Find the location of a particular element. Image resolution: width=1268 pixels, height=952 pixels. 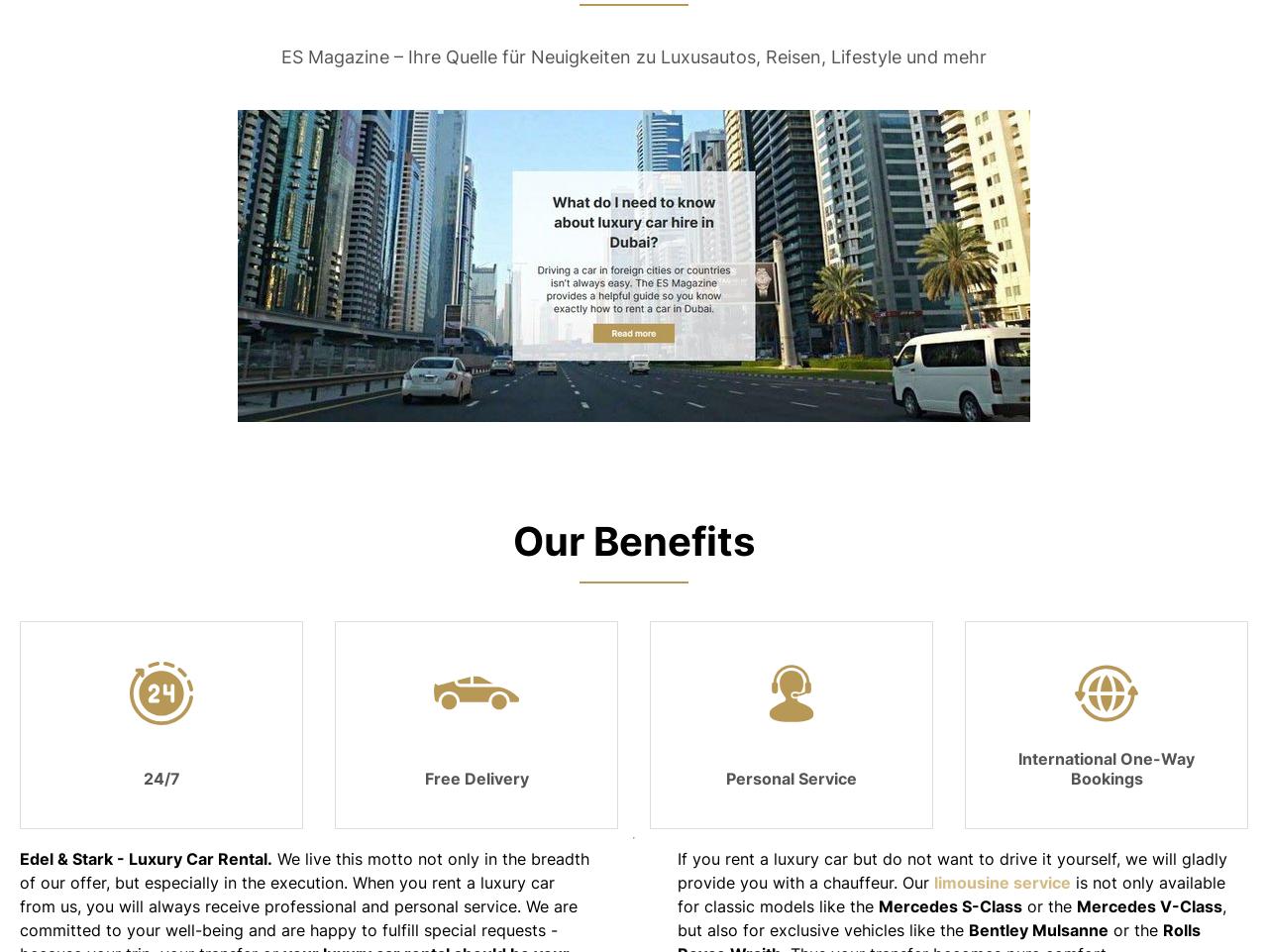

'Mercedes S-Class' is located at coordinates (949, 905).